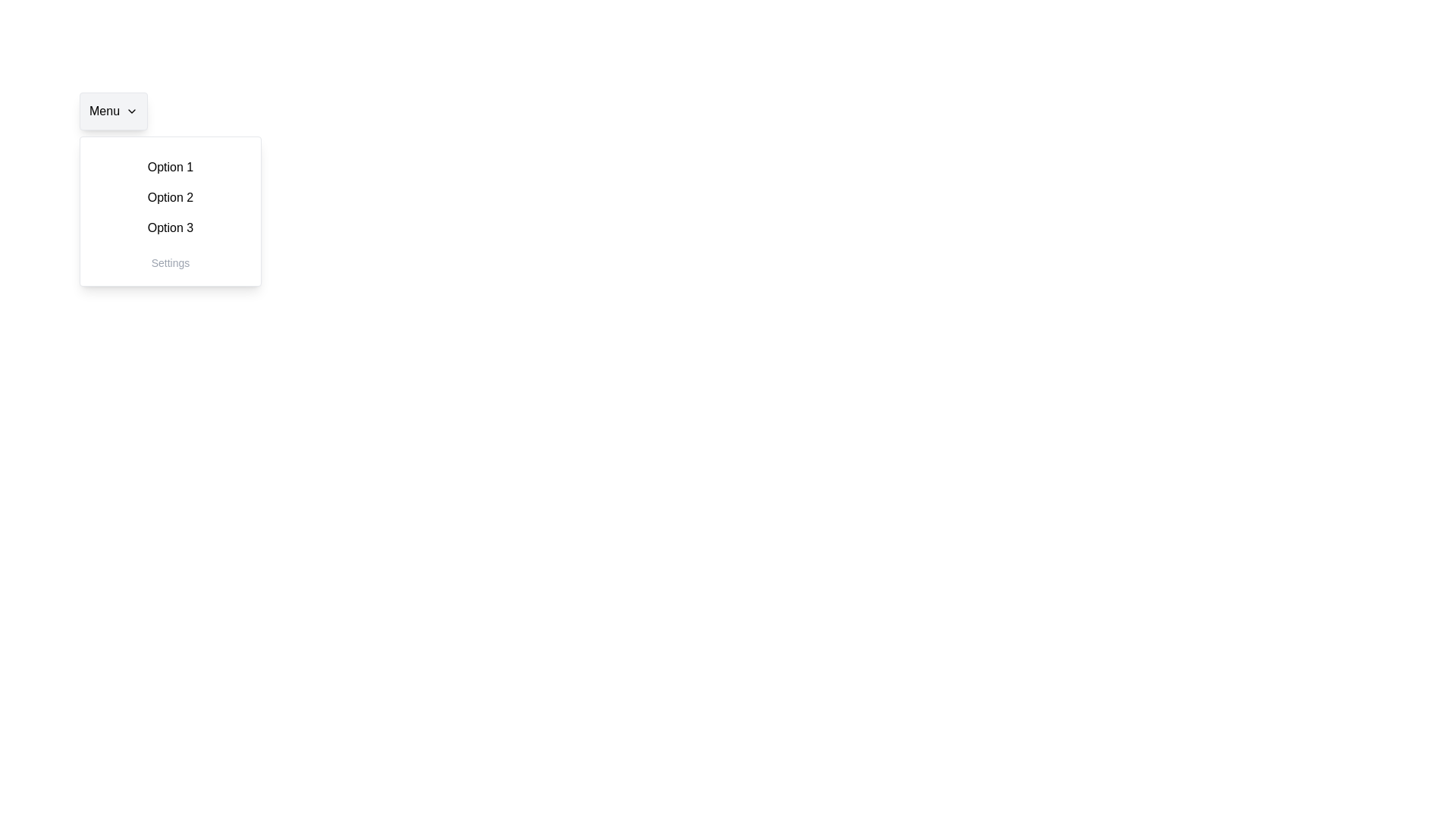 This screenshot has height=819, width=1456. What do you see at coordinates (171, 197) in the screenshot?
I see `the second option in the dropdown menu, which is located under the 'Menu' button` at bounding box center [171, 197].